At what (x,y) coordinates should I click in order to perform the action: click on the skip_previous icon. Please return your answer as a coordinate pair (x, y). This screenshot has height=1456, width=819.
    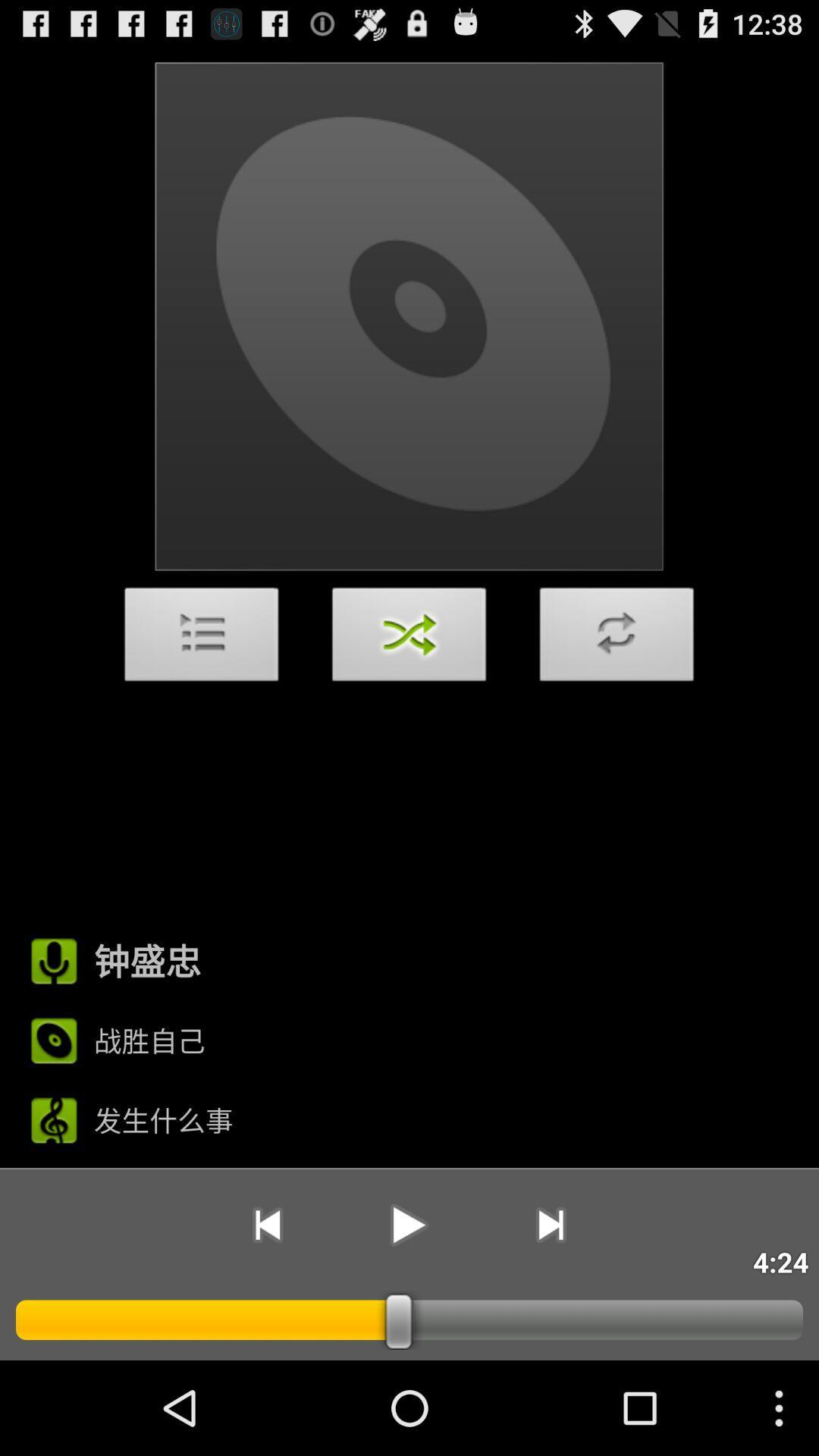
    Looking at the image, I should click on (266, 1310).